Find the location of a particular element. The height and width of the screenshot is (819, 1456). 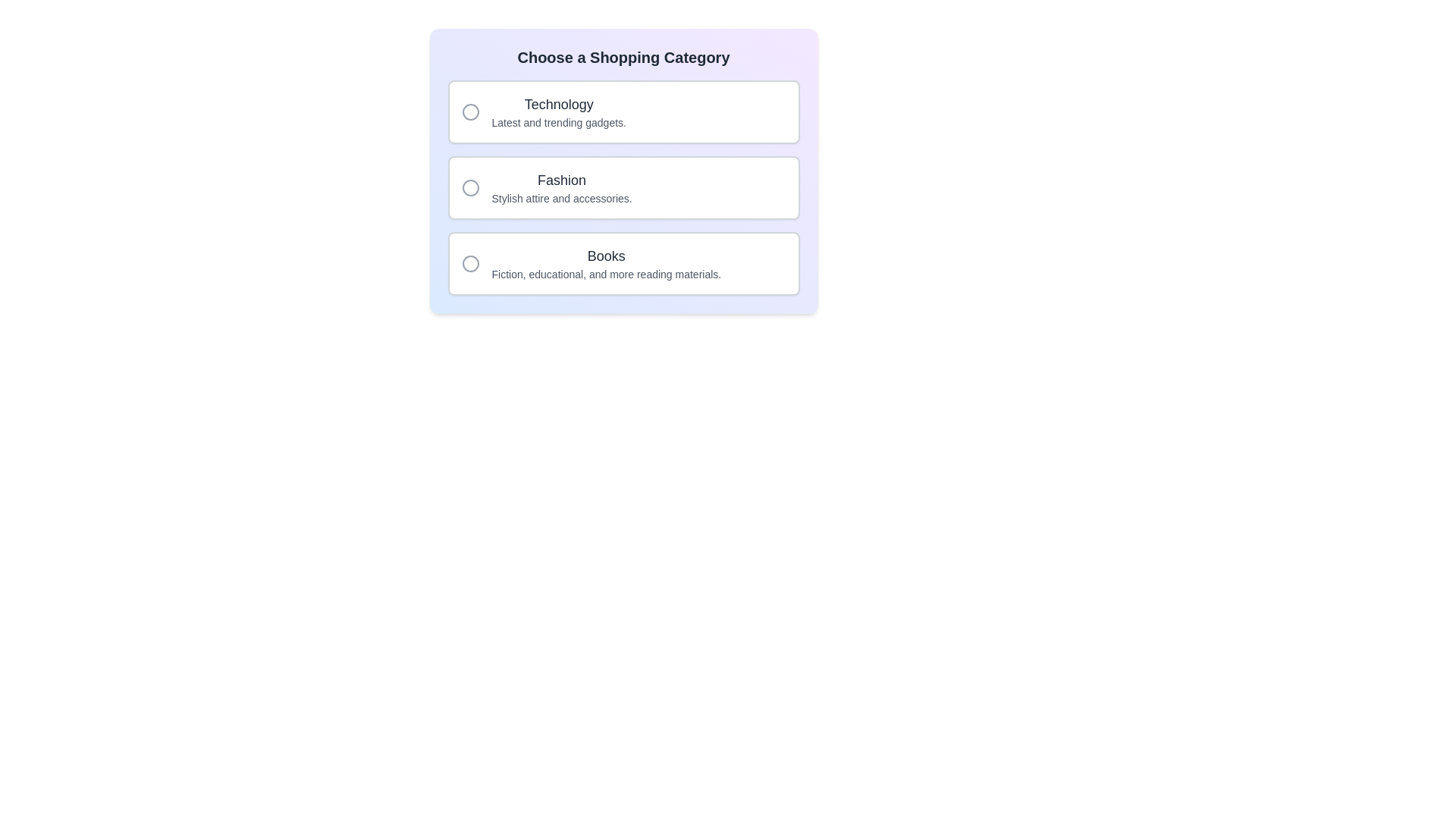

the Text Label for the 'Fashion' category, which is located in the second option of the 'Choose a Shopping Category' section, positioned above the text 'Stylish attire and accessories.' and below 'Technology' is located at coordinates (561, 180).